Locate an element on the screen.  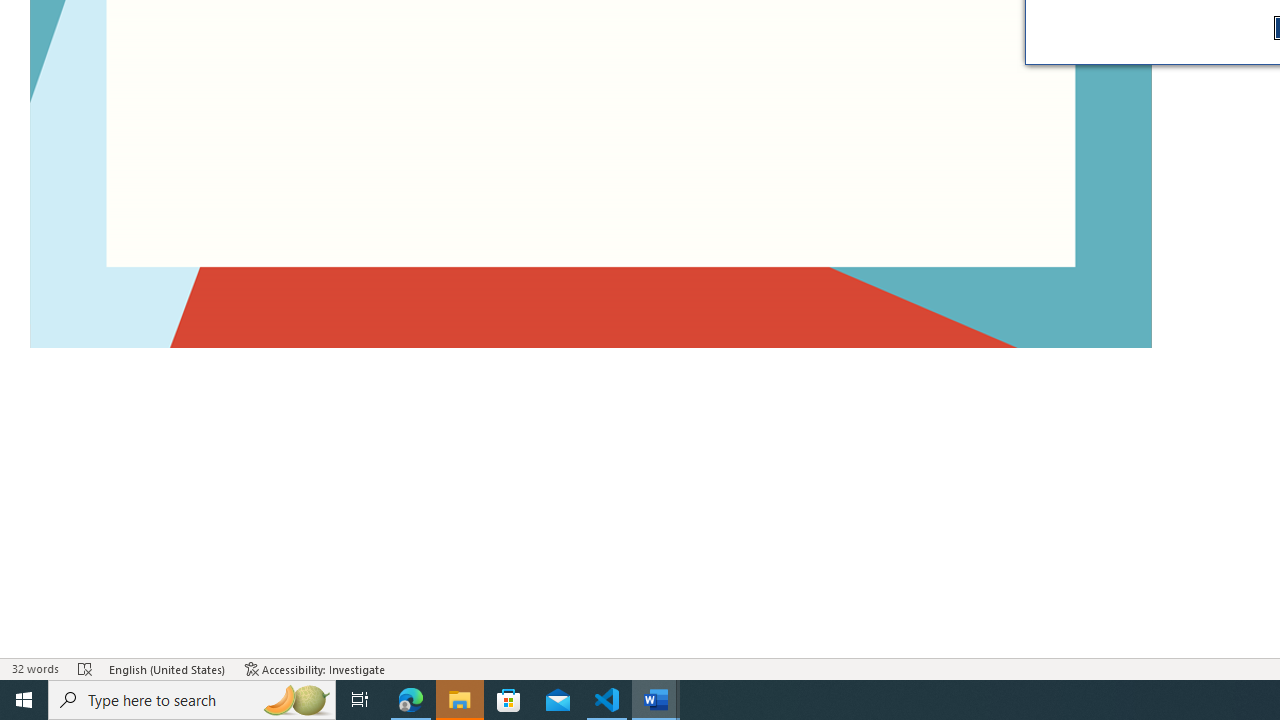
'Start' is located at coordinates (24, 698).